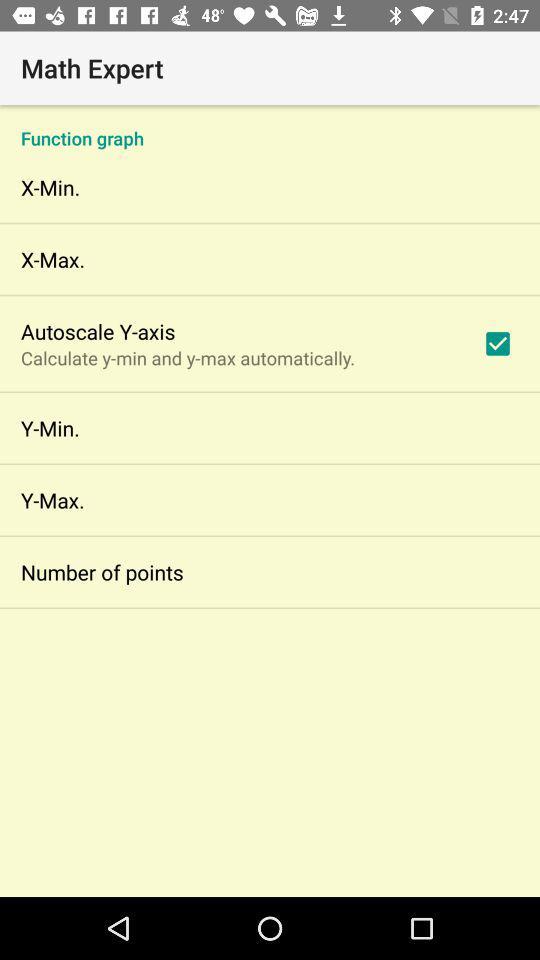  I want to click on app next to the calculate y min item, so click(496, 343).